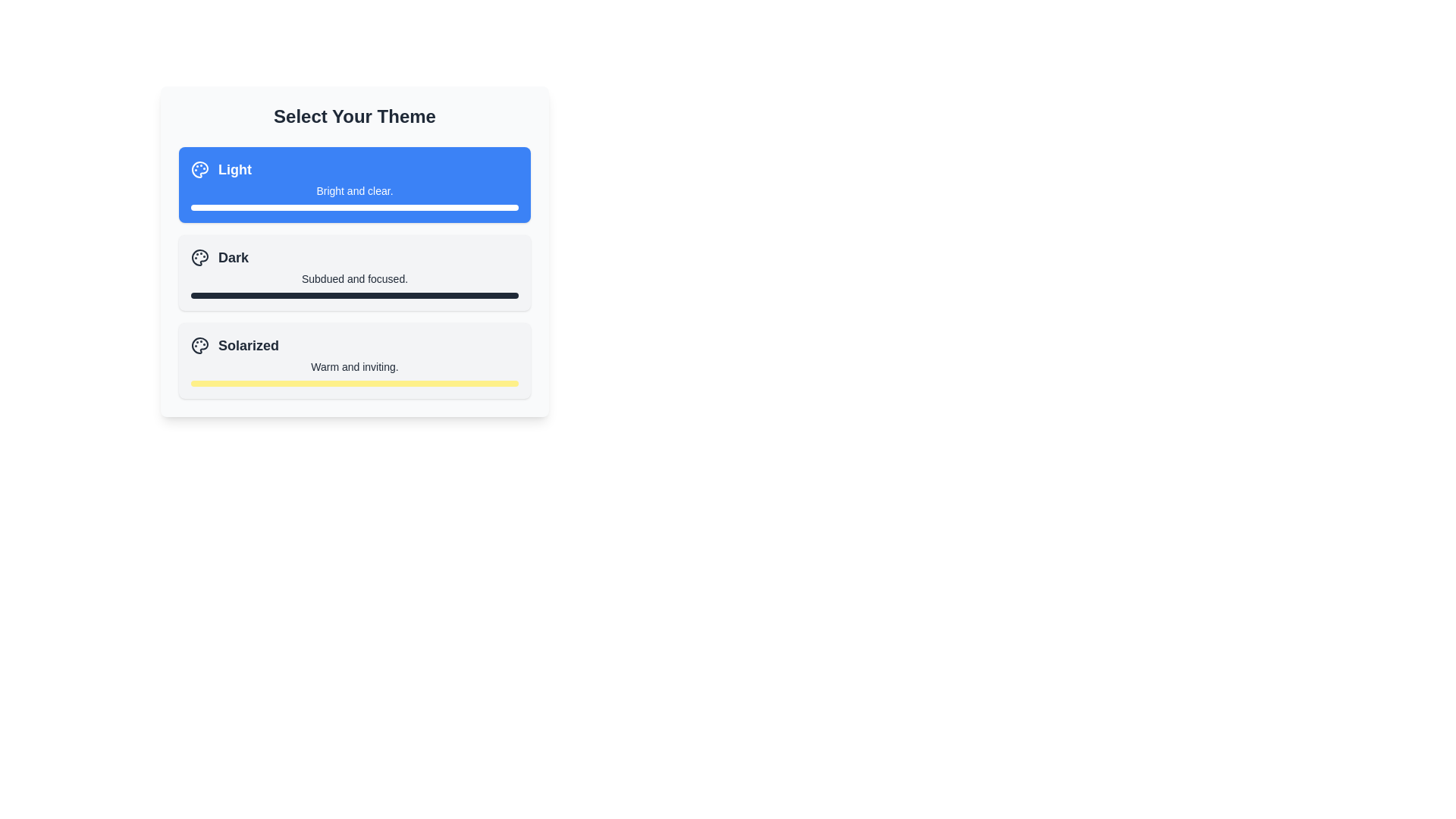 The image size is (1456, 819). Describe the element at coordinates (199, 256) in the screenshot. I see `the central component of the painter's palette icon, which is black and styled as an SVG graphic, located in the lower section of the Solarized theme card, to possibly display a tooltip` at that location.